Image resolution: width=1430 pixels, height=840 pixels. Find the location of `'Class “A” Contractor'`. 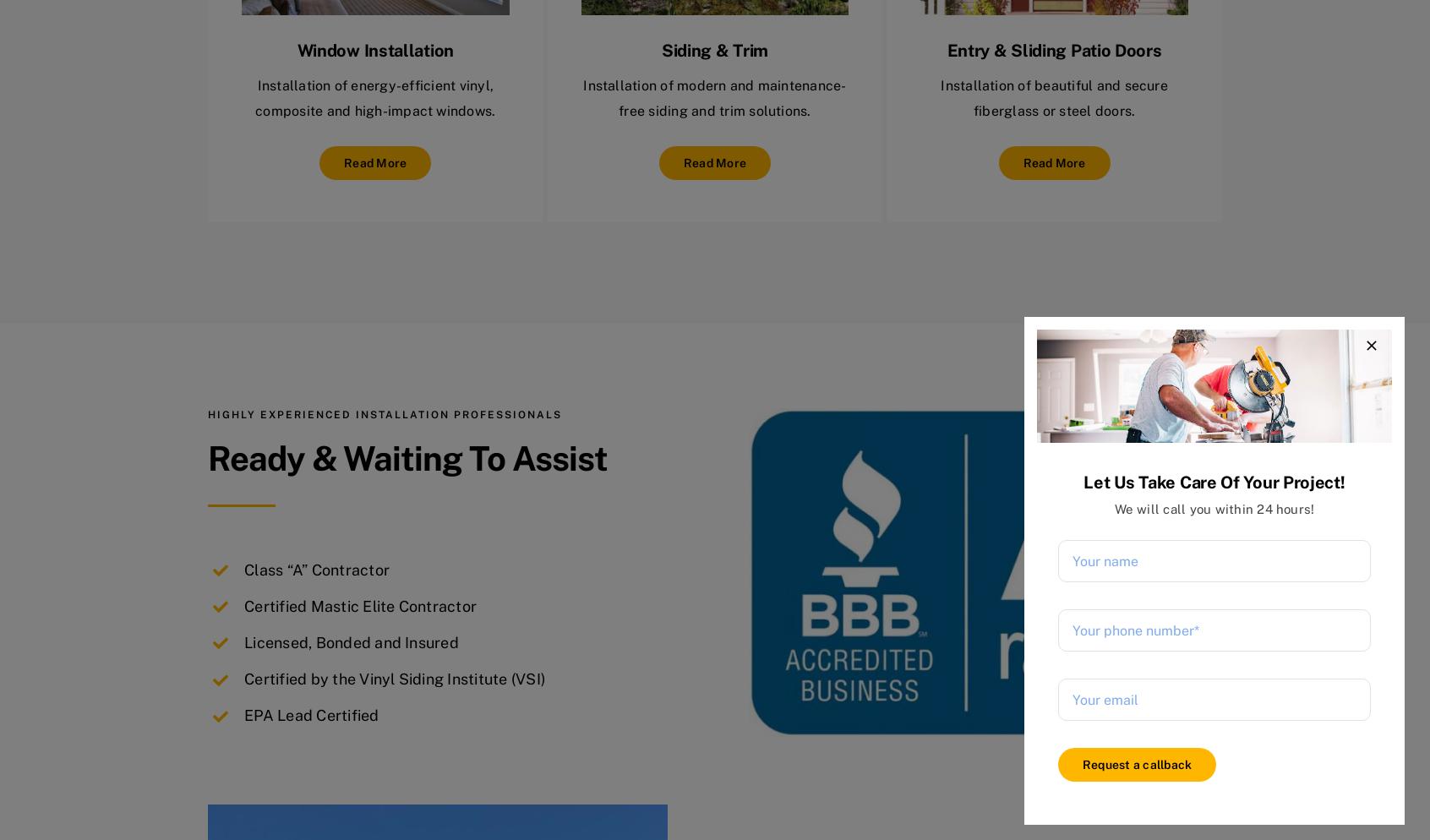

'Class “A” Contractor' is located at coordinates (316, 569).